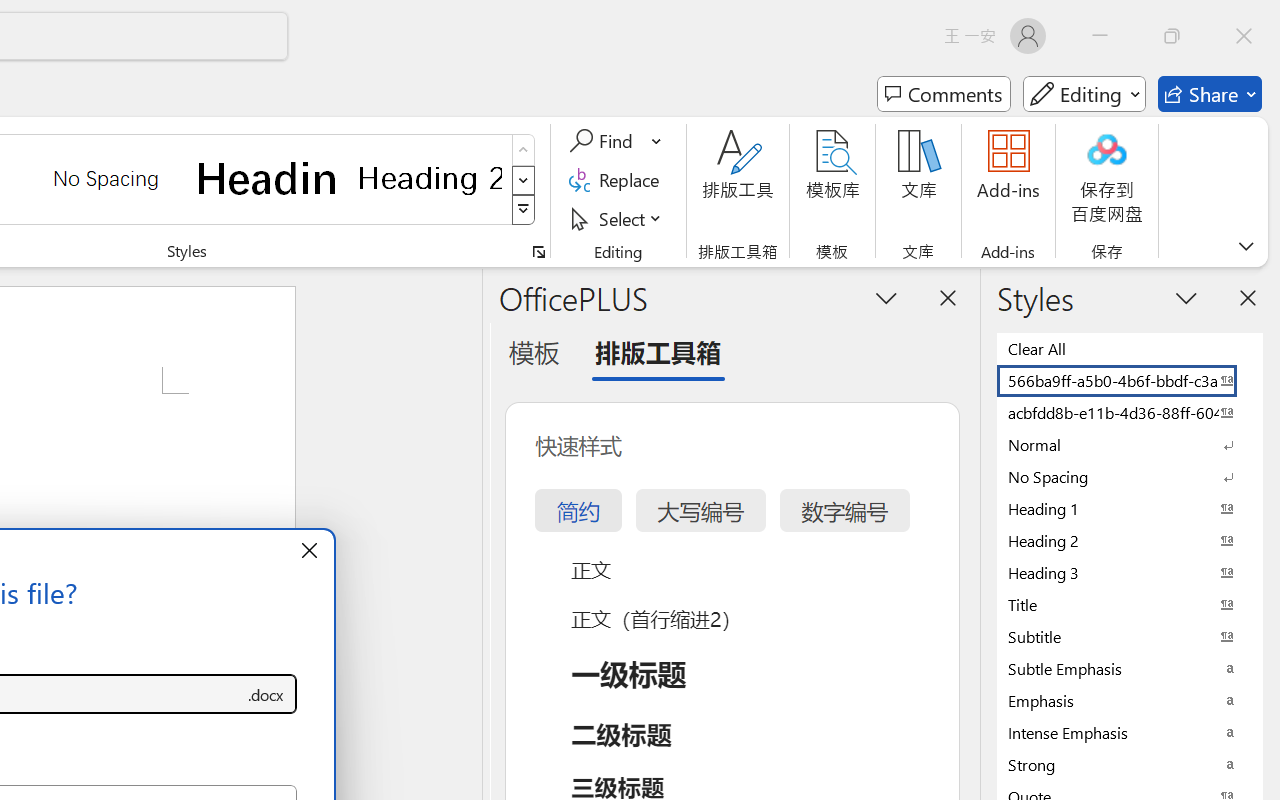 This screenshot has width=1280, height=800. Describe the element at coordinates (1130, 348) in the screenshot. I see `'Clear All'` at that location.